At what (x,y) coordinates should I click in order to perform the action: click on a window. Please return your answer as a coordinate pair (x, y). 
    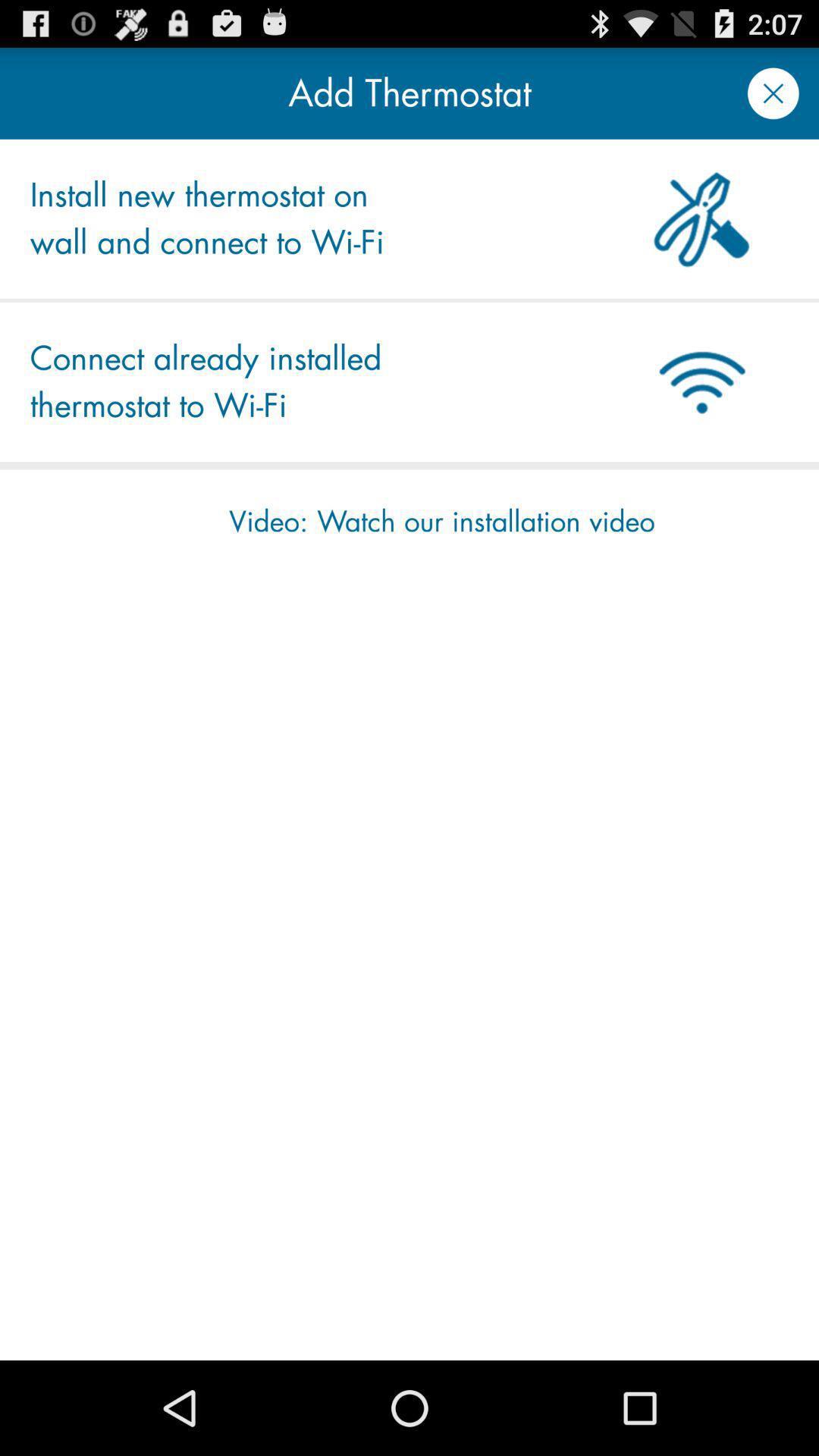
    Looking at the image, I should click on (773, 93).